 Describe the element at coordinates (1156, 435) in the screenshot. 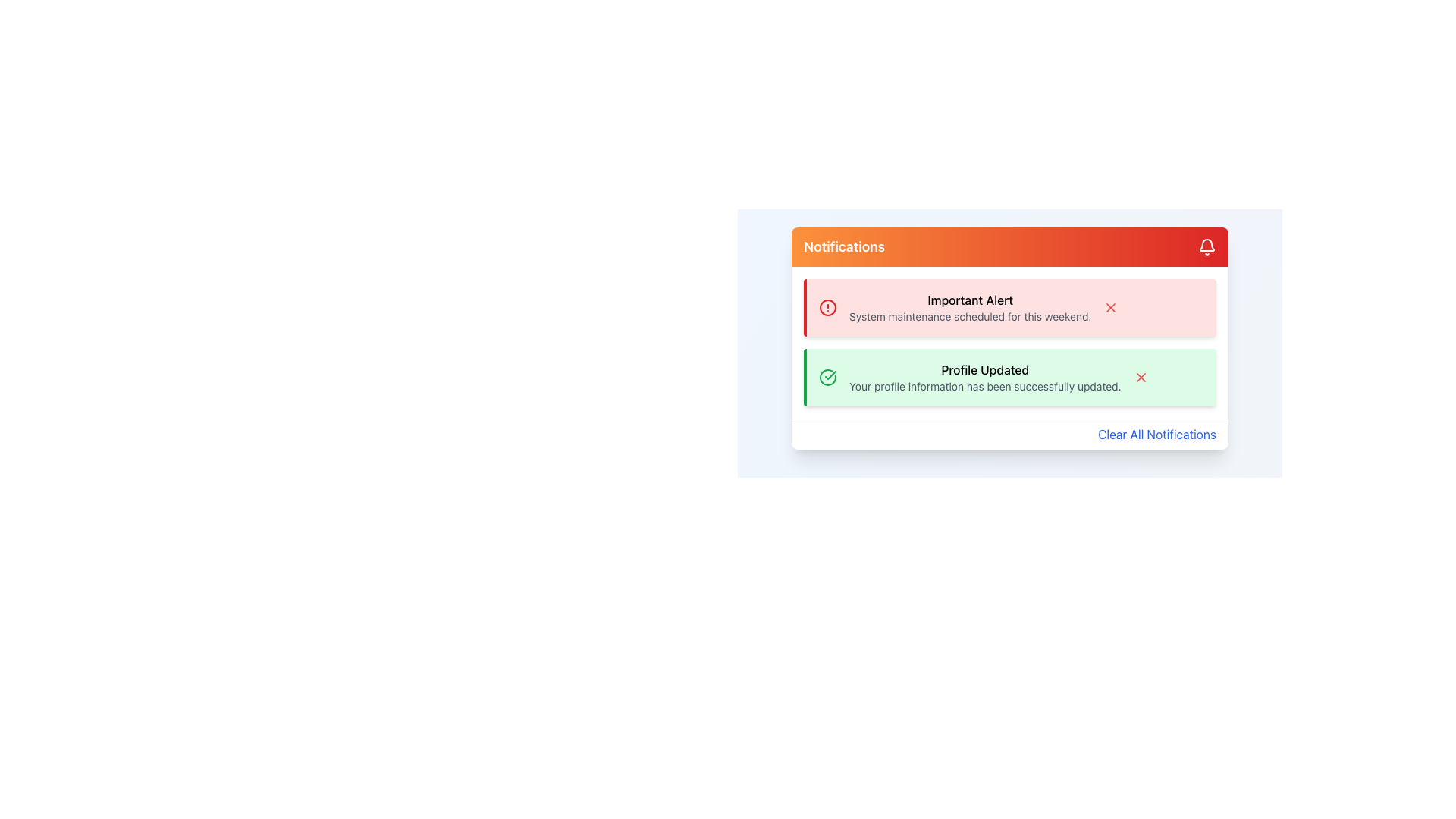

I see `the blue text link labeled 'Clear All Notifications' located at the bottom-right corner of the notification panel` at that location.